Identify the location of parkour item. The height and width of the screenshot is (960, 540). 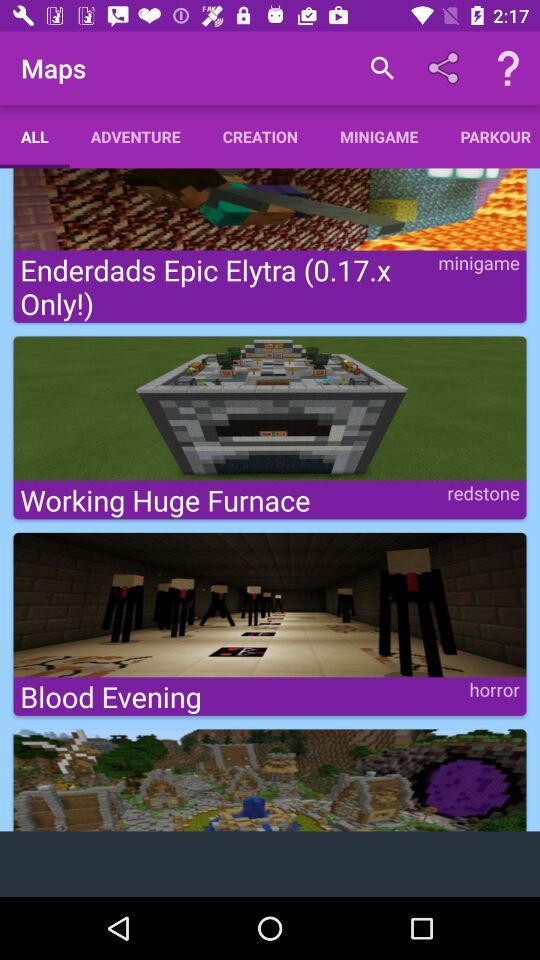
(488, 135).